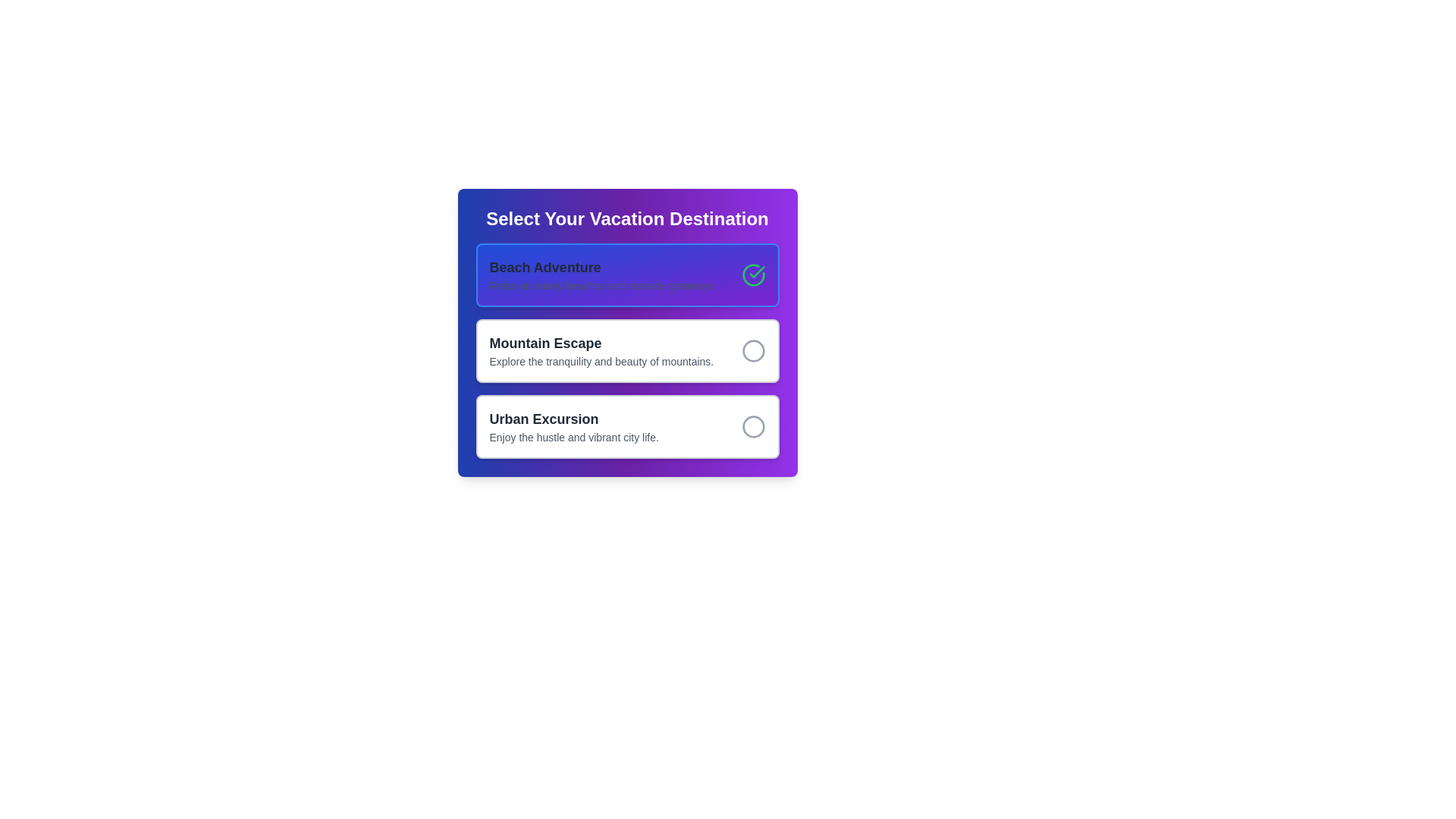 The width and height of the screenshot is (1456, 819). I want to click on the Static Text displaying 'Relax on sunny beaches and seaside getaways.' located beneath the heading 'Beach Adventure' in the vacation options list, so click(602, 286).